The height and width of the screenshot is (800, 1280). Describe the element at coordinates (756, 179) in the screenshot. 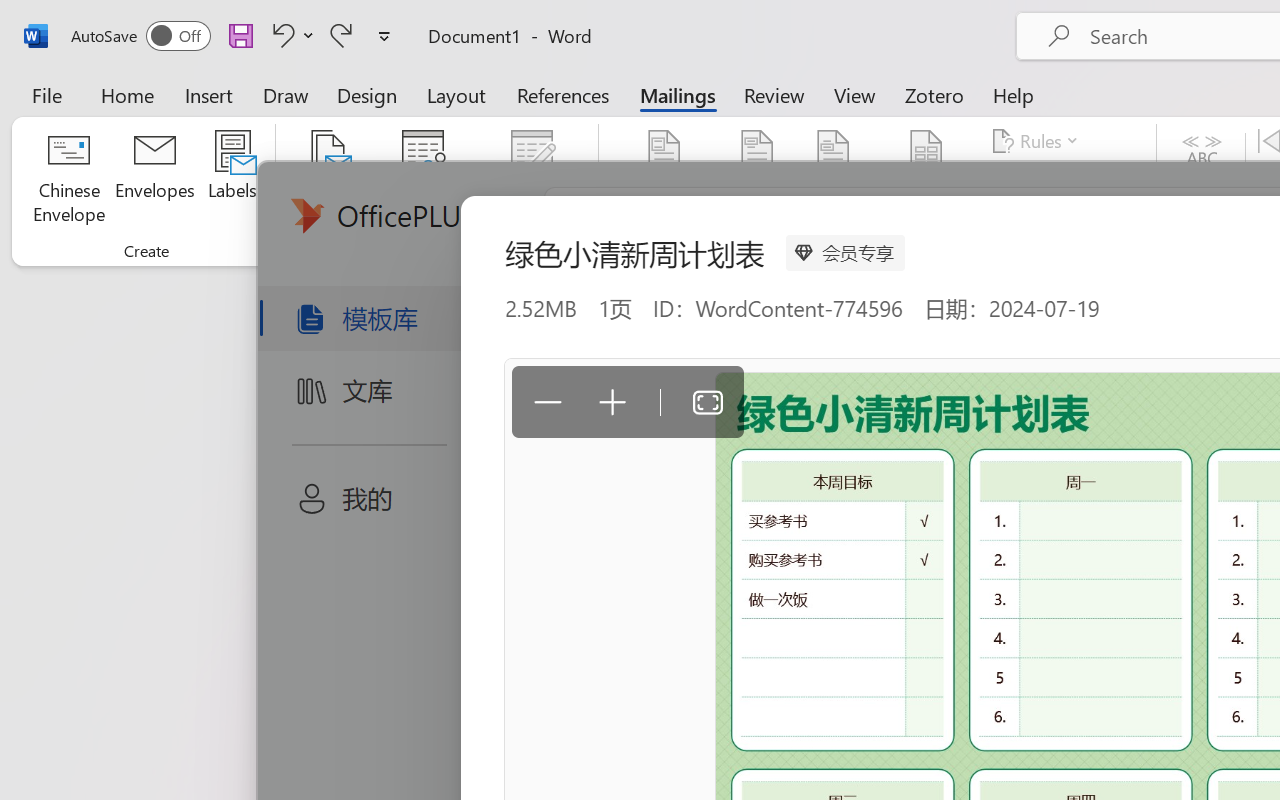

I see `'Address Block...'` at that location.